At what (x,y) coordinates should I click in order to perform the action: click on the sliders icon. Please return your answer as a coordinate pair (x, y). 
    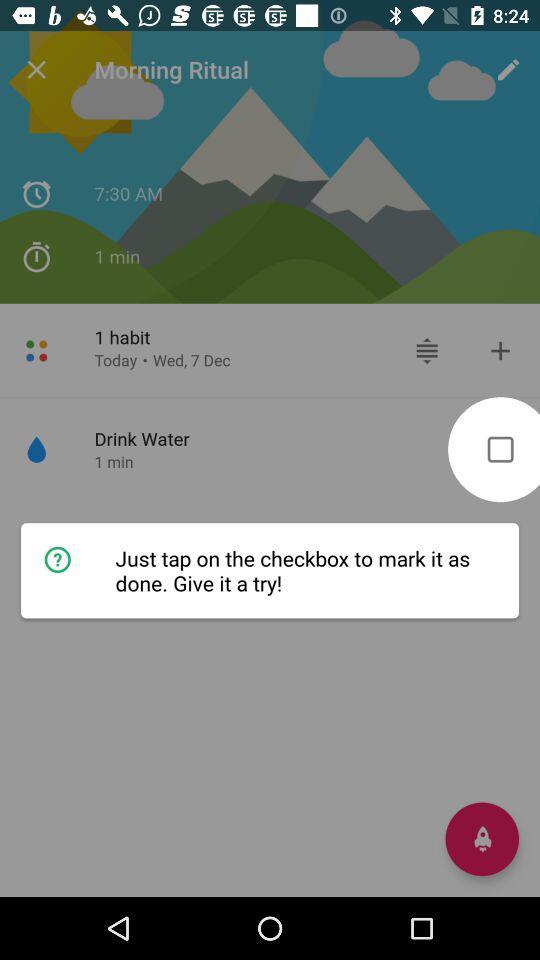
    Looking at the image, I should click on (426, 350).